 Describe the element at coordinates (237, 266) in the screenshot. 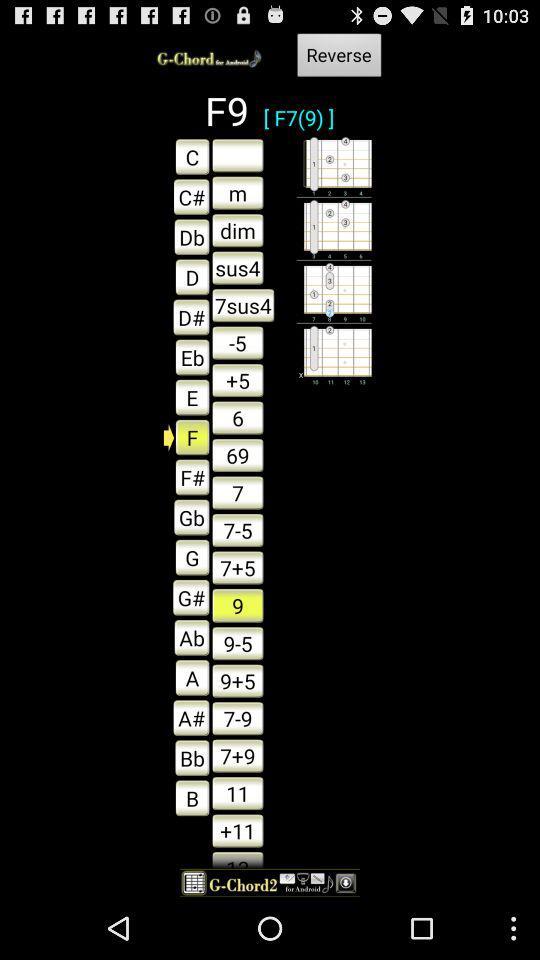

I see `the icon to the right of db icon` at that location.